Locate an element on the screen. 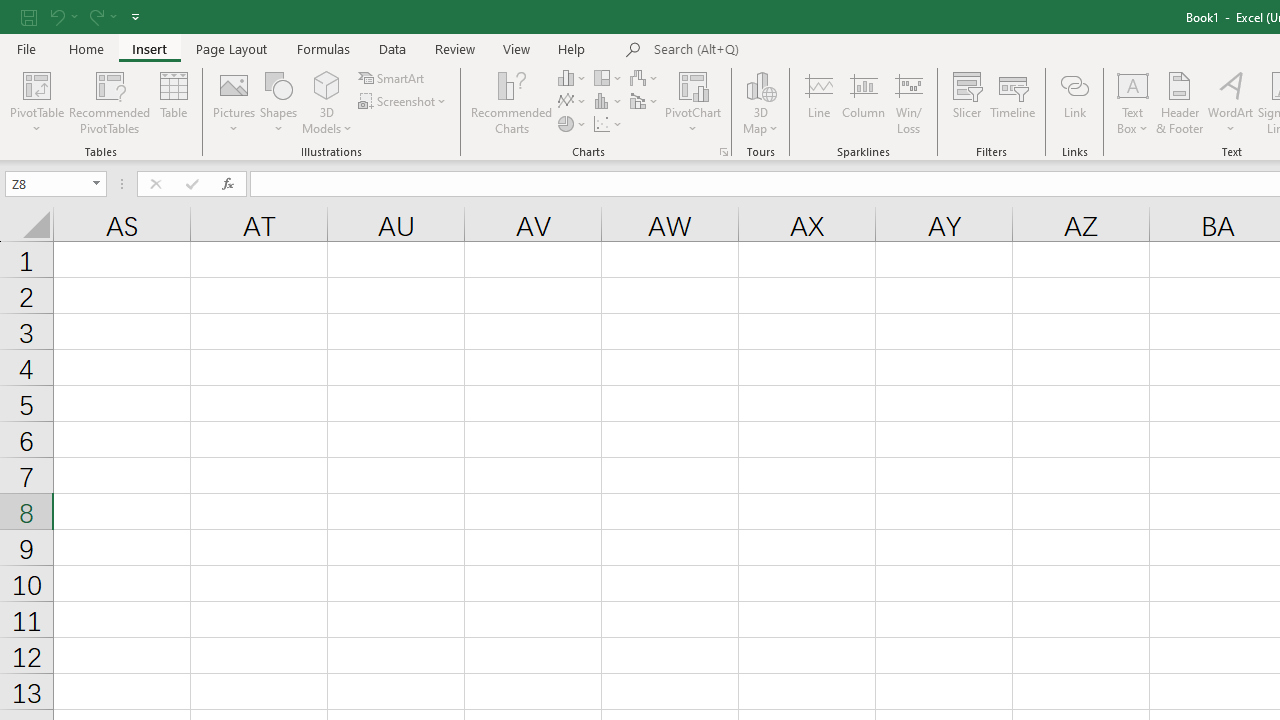  'Insert Hierarchy Chart' is located at coordinates (608, 77).